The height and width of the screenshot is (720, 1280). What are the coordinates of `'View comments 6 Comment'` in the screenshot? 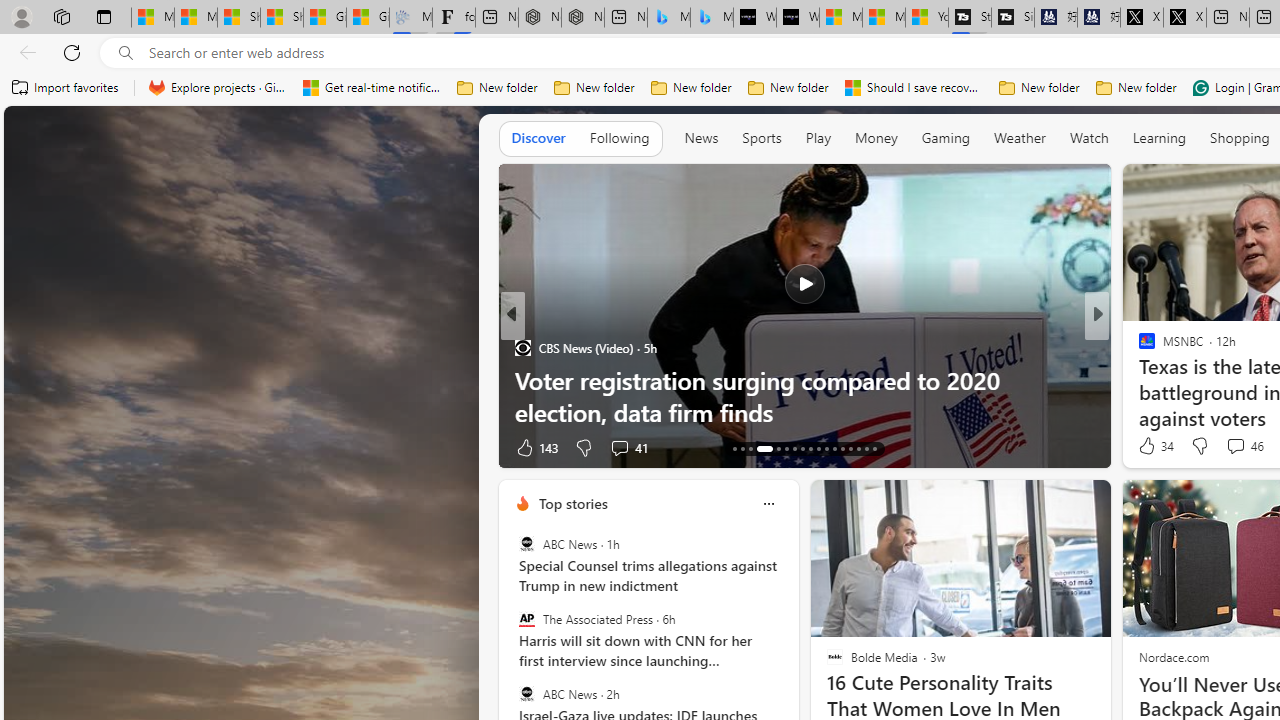 It's located at (1234, 446).